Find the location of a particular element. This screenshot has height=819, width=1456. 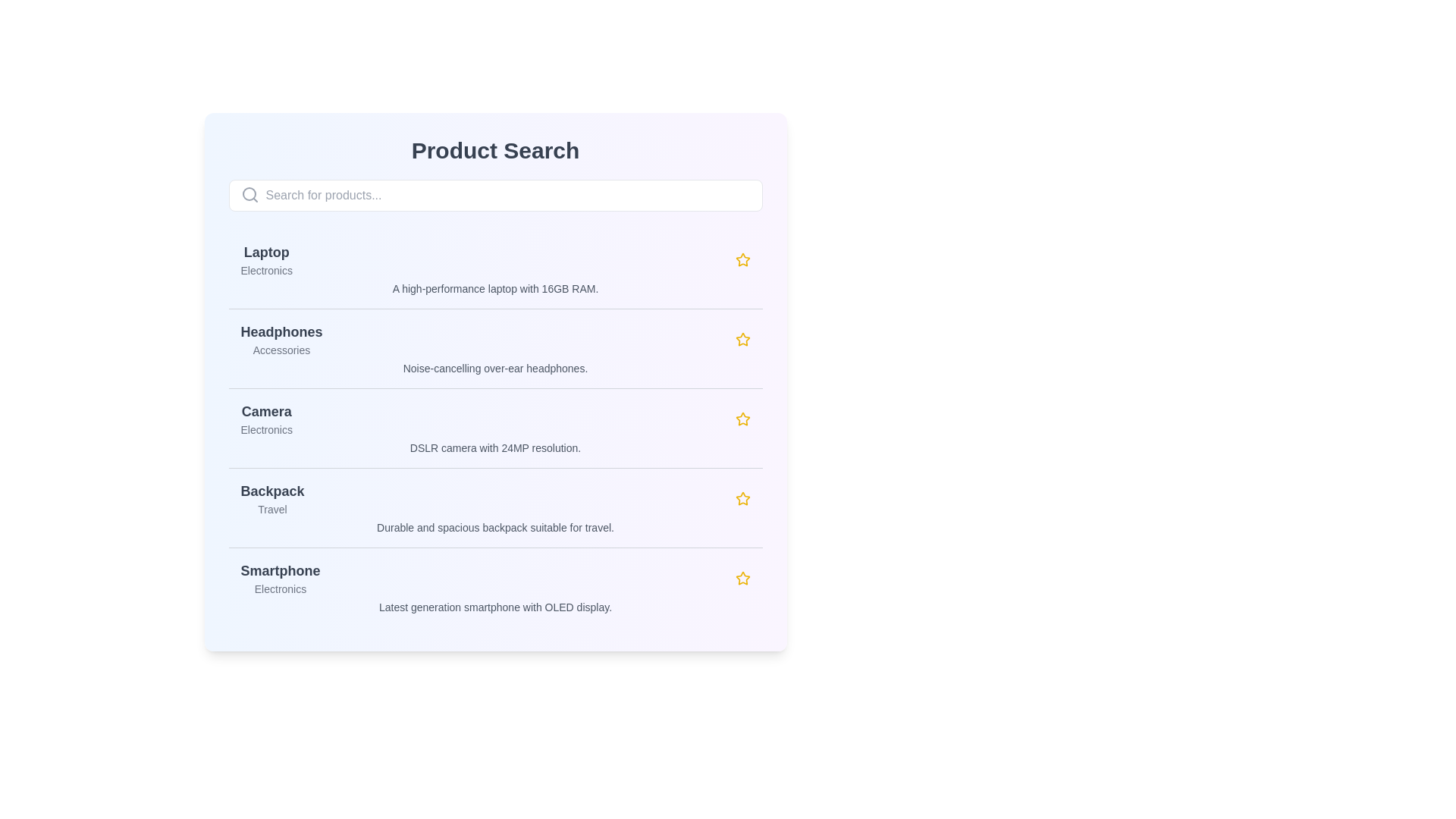

the text label stating 'Durable and spacious backpack suitable for travel', which is located beneath the 'Backpack' title and 'Travel' subtitle is located at coordinates (495, 526).